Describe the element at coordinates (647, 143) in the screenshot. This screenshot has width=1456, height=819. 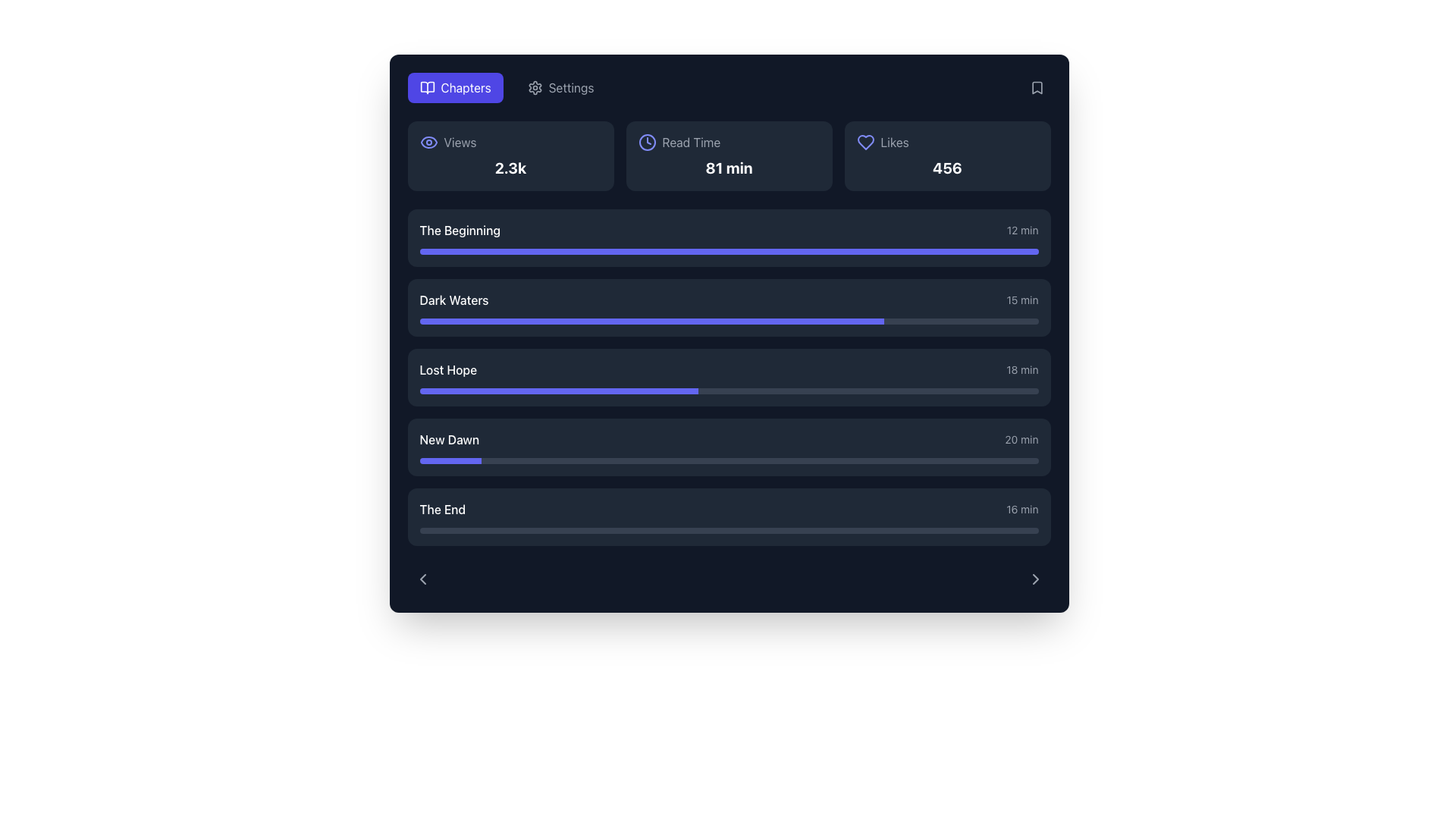
I see `the decorative icon located to the left of the 'Read Time' text in the statistics header section` at that location.